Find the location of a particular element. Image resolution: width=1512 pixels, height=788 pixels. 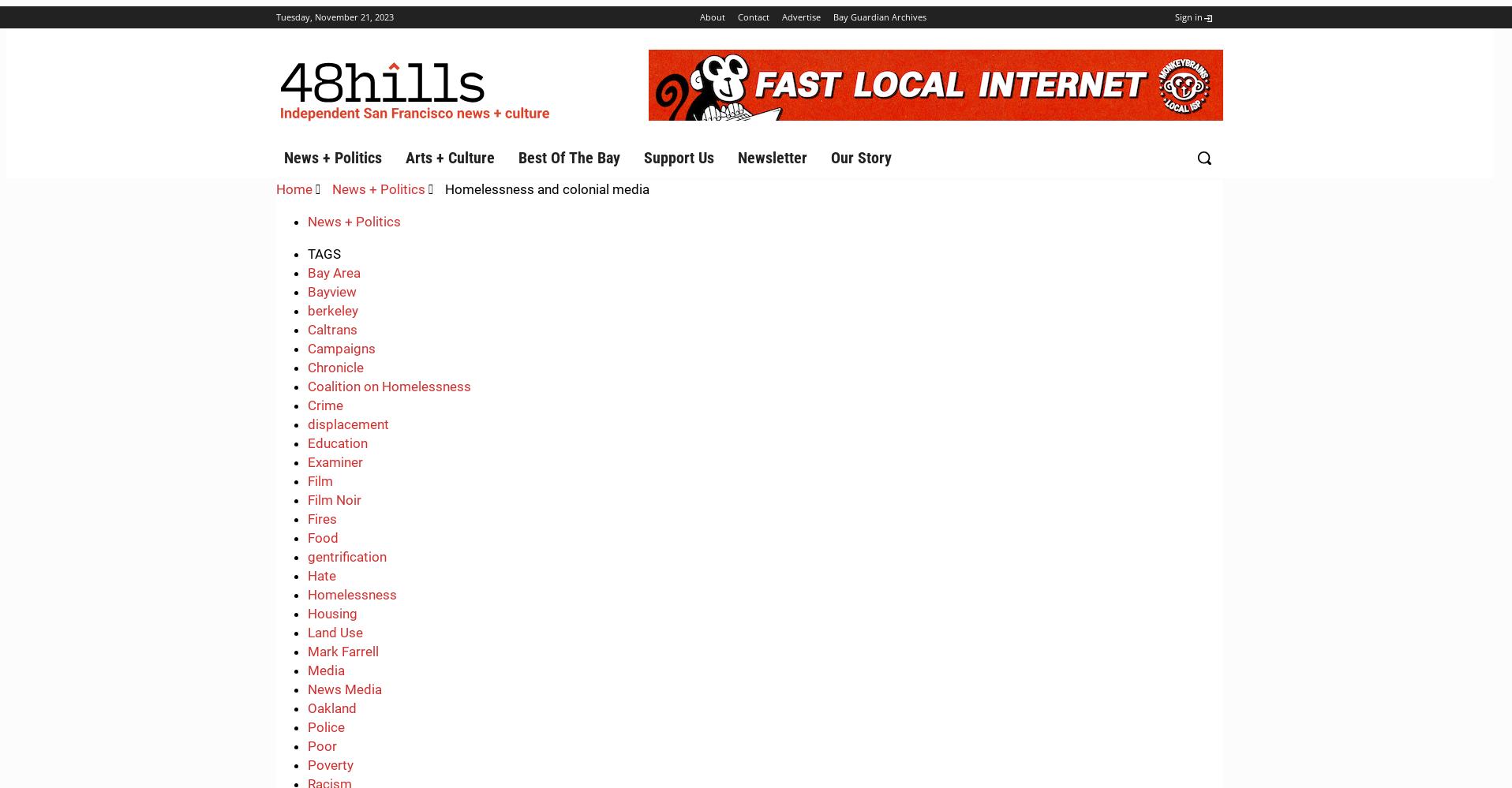

'Caltrans' is located at coordinates (306, 328).